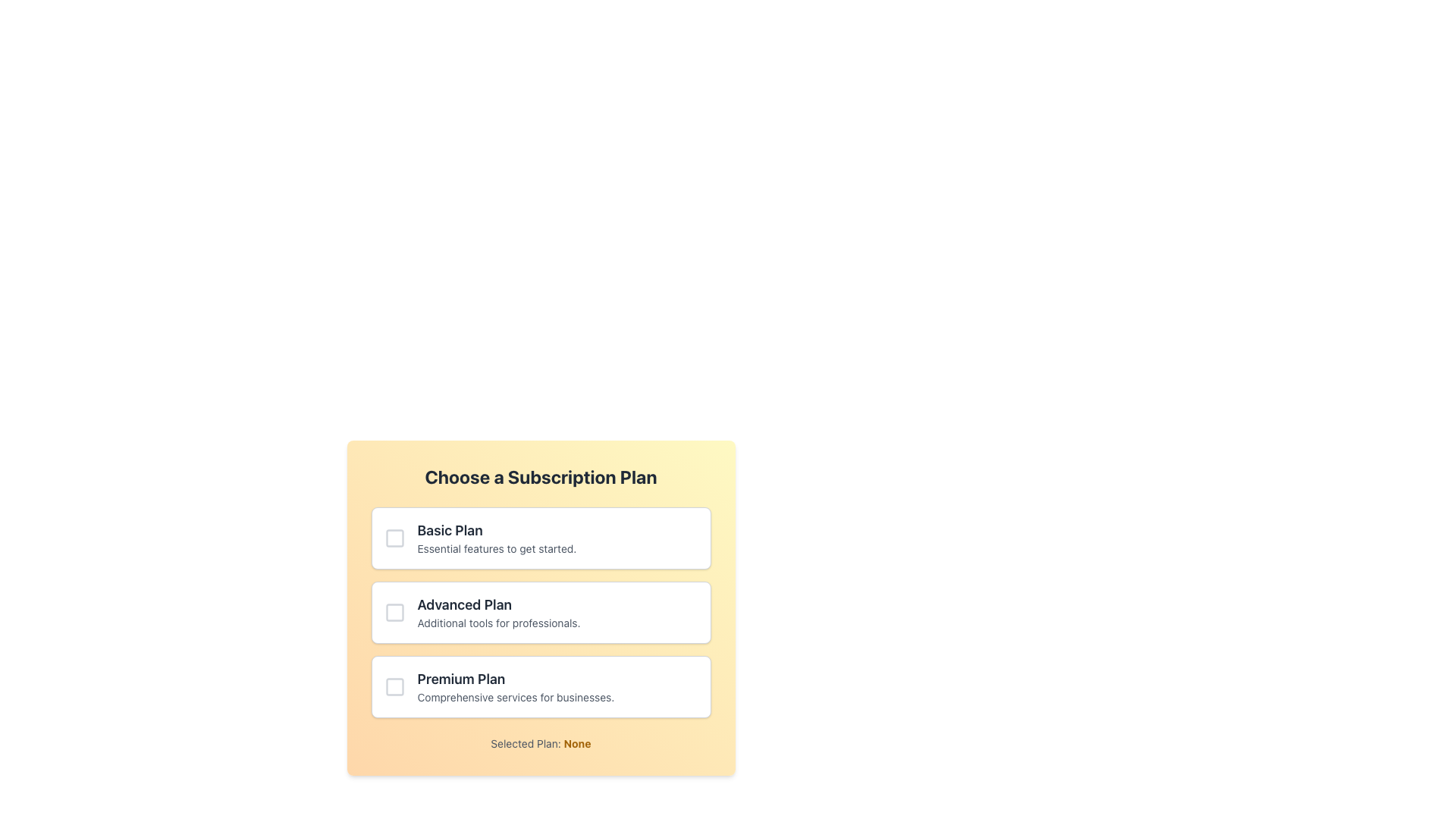 The image size is (1456, 819). I want to click on information contained in the Informational Text Block titled 'Basic Plan', which includes the headline and subtitle describing essential features, so click(557, 537).